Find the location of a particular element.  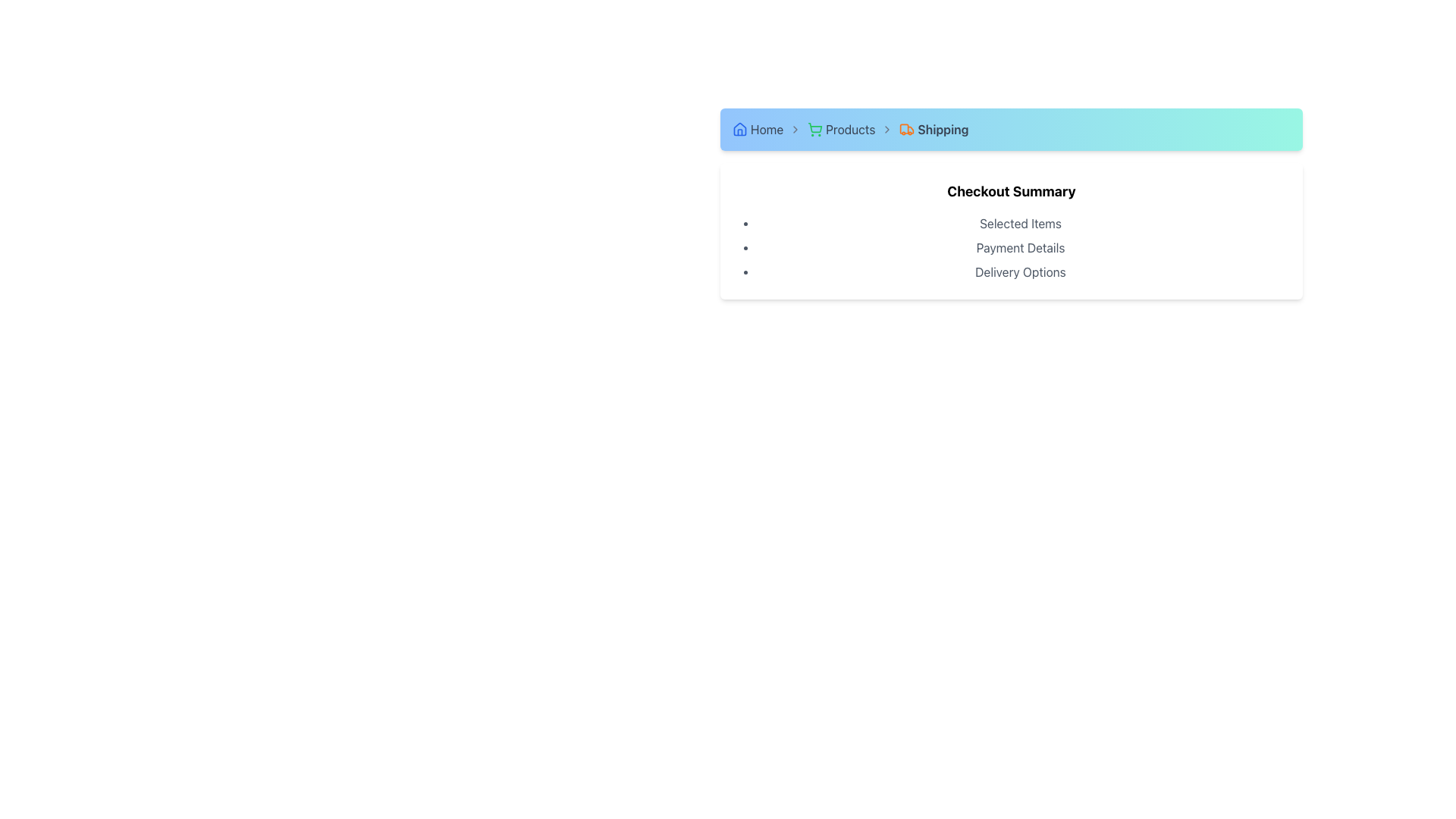

the green shopping cart icon in the breadcrumb navigation bar, located between the 'Home' and 'Shipping' steps is located at coordinates (814, 127).